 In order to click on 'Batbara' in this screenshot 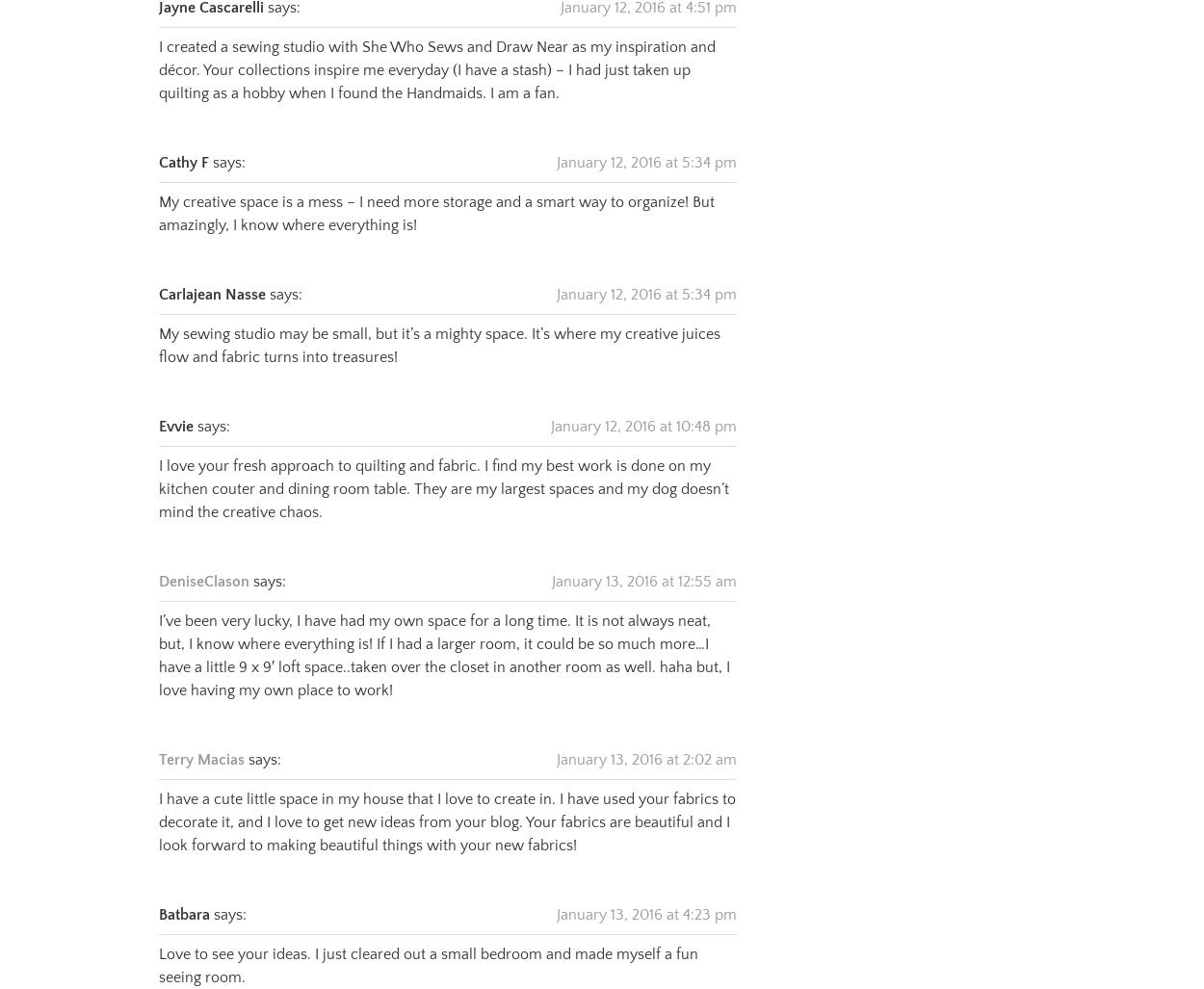, I will do `click(159, 891)`.